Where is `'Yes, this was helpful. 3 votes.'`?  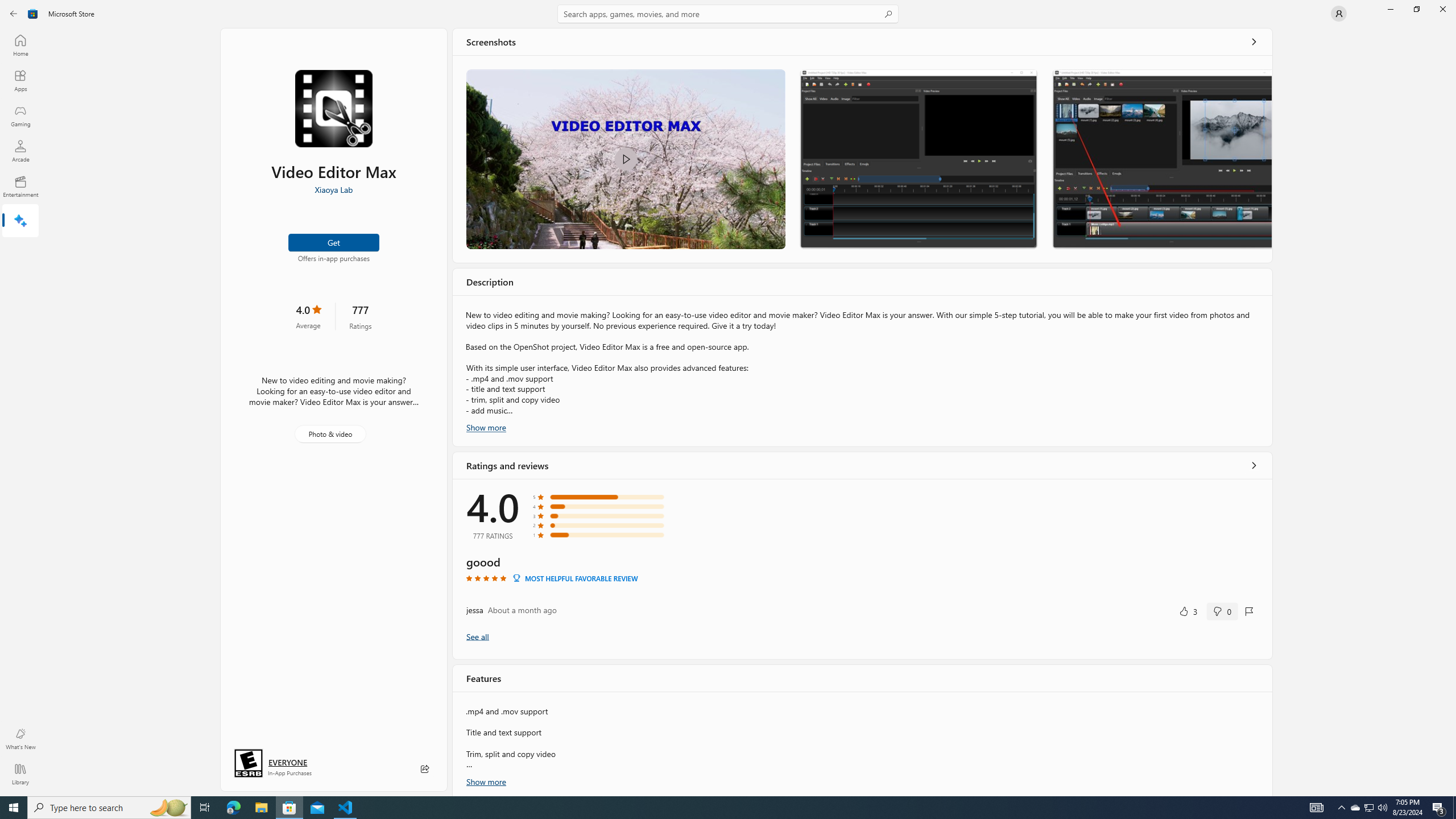
'Yes, this was helpful. 3 votes.' is located at coordinates (1187, 610).